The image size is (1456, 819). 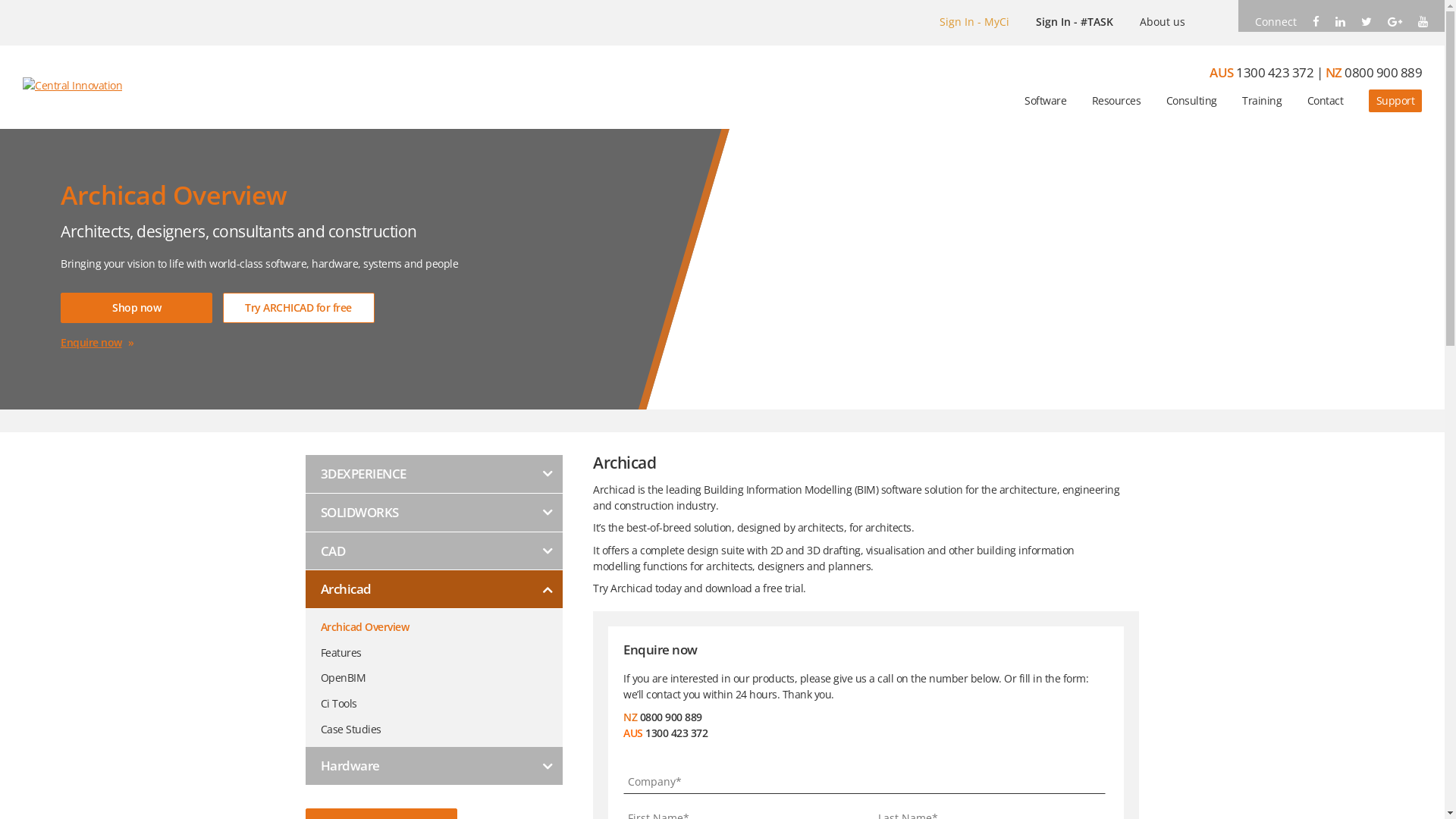 I want to click on 'Hardware', so click(x=432, y=766).